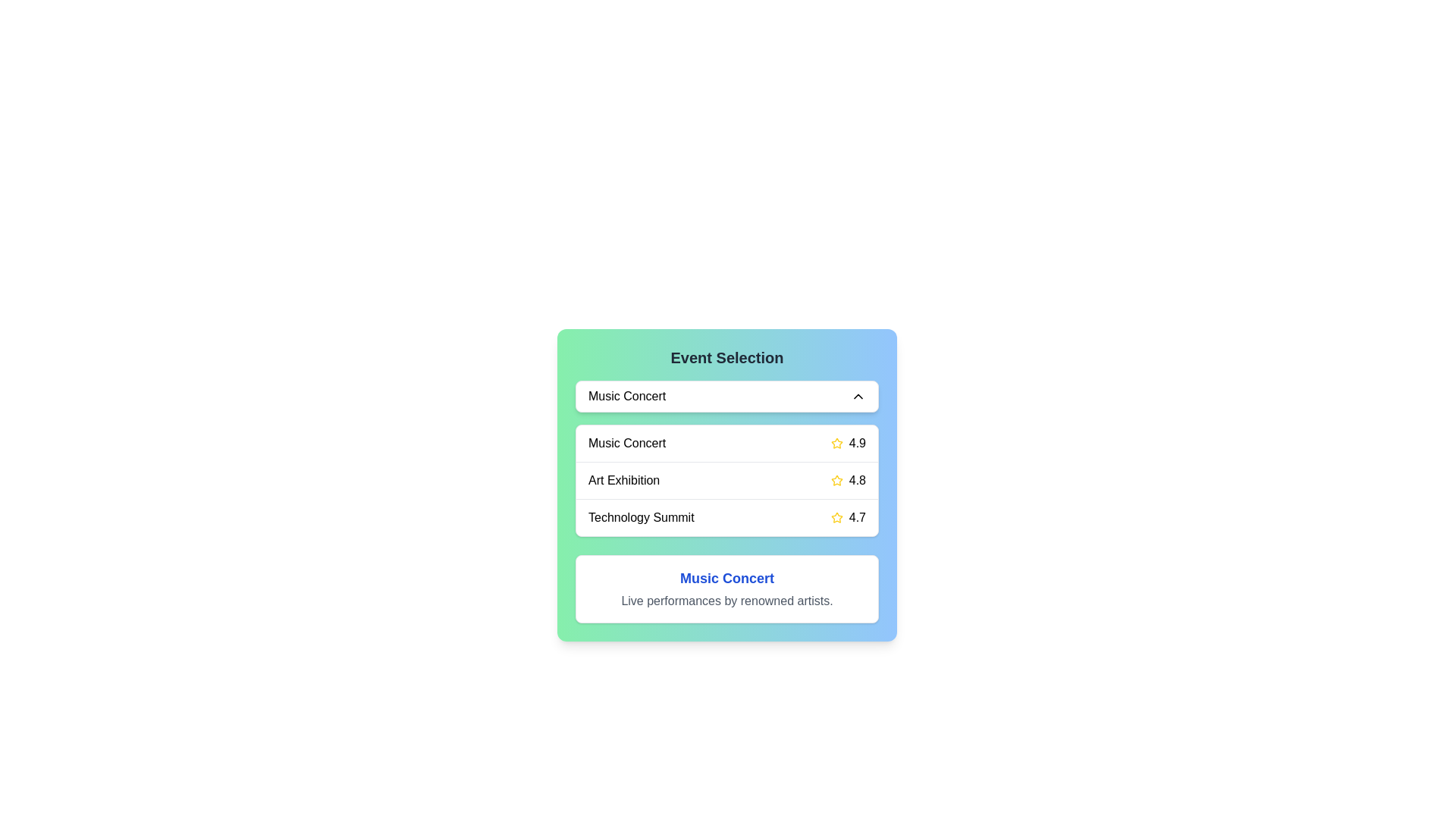  What do you see at coordinates (857, 516) in the screenshot?
I see `the Text Label displaying the rating '4.7', which is positioned adjacent to a yellow star icon in the 'Technology Summit' row` at bounding box center [857, 516].